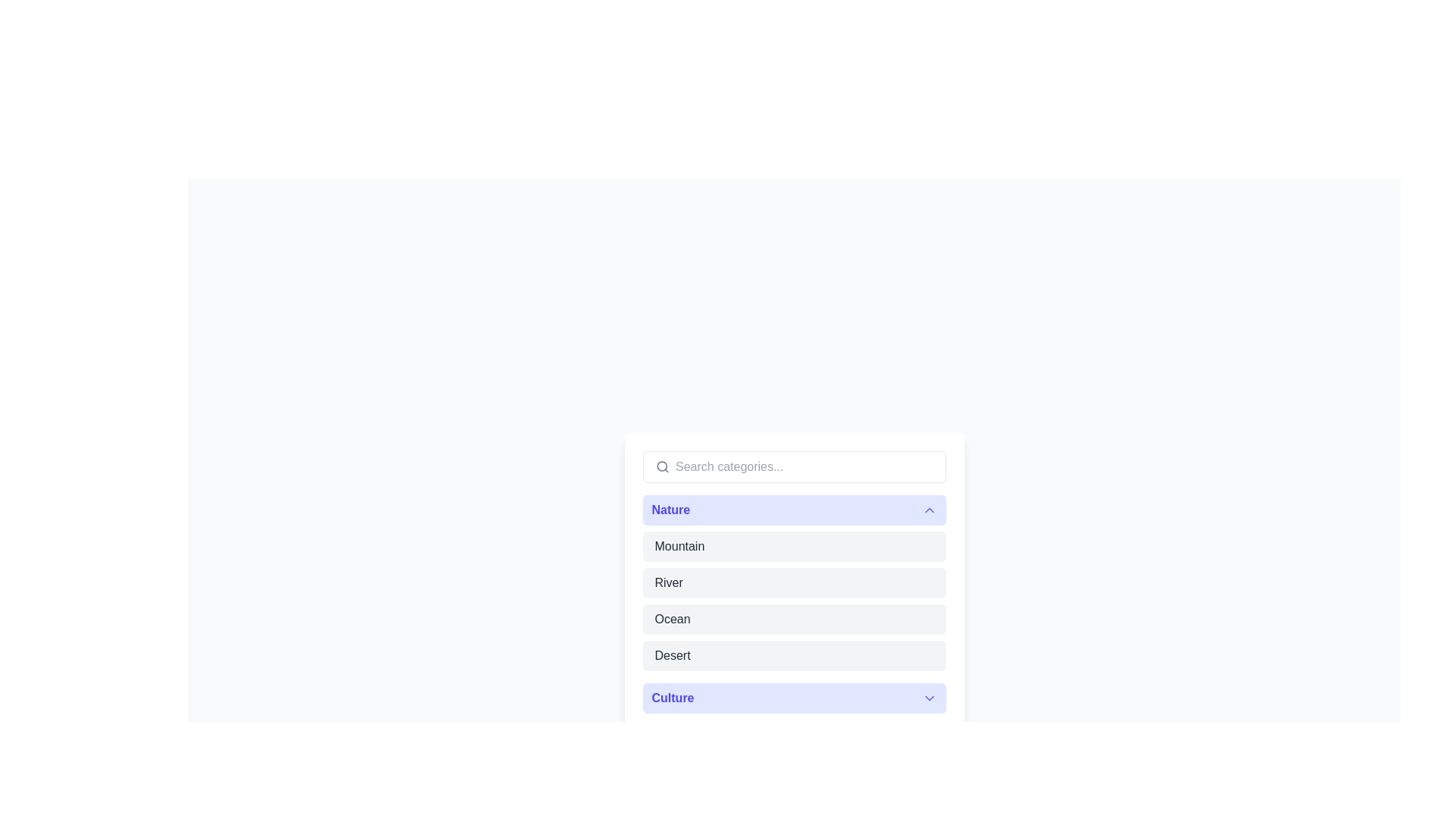 Image resolution: width=1456 pixels, height=819 pixels. Describe the element at coordinates (928, 510) in the screenshot. I see `the interactive icon indicating the expandable or collapsible state of the 'Nature' menu, located adjacent to the 'Nature' label` at that location.